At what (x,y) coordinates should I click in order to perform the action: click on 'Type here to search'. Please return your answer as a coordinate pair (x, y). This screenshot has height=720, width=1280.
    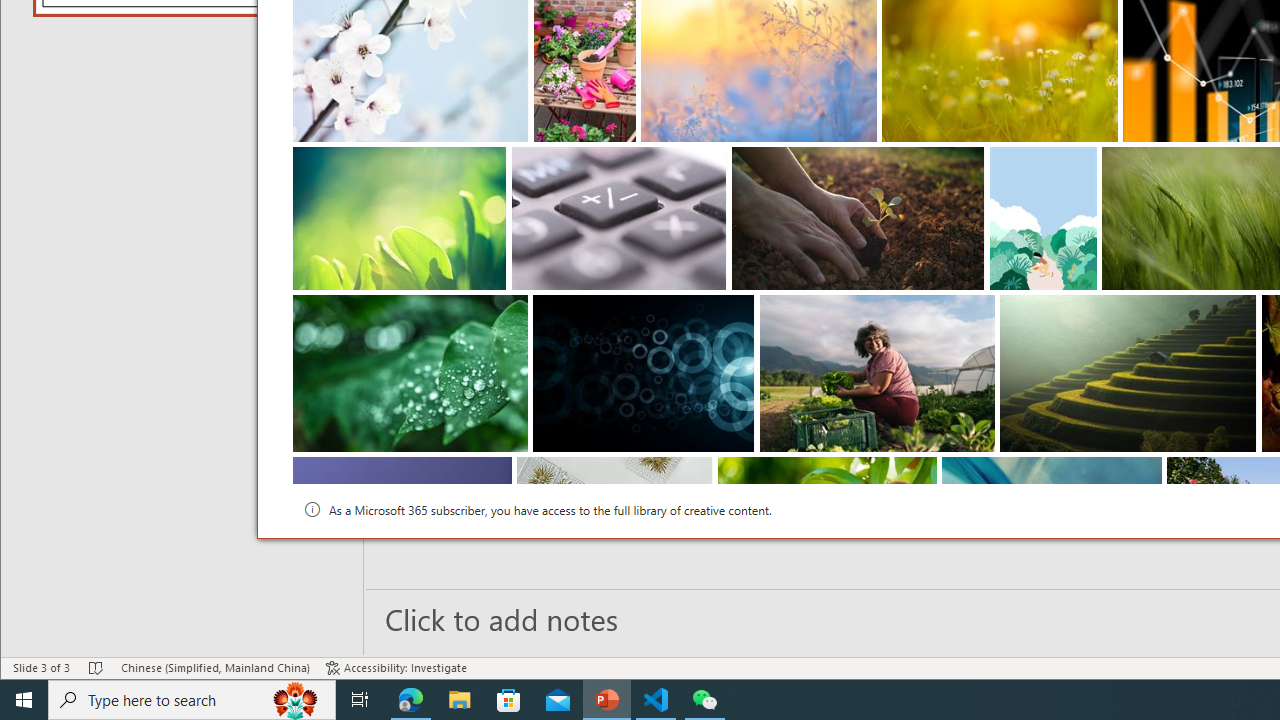
    Looking at the image, I should click on (192, 698).